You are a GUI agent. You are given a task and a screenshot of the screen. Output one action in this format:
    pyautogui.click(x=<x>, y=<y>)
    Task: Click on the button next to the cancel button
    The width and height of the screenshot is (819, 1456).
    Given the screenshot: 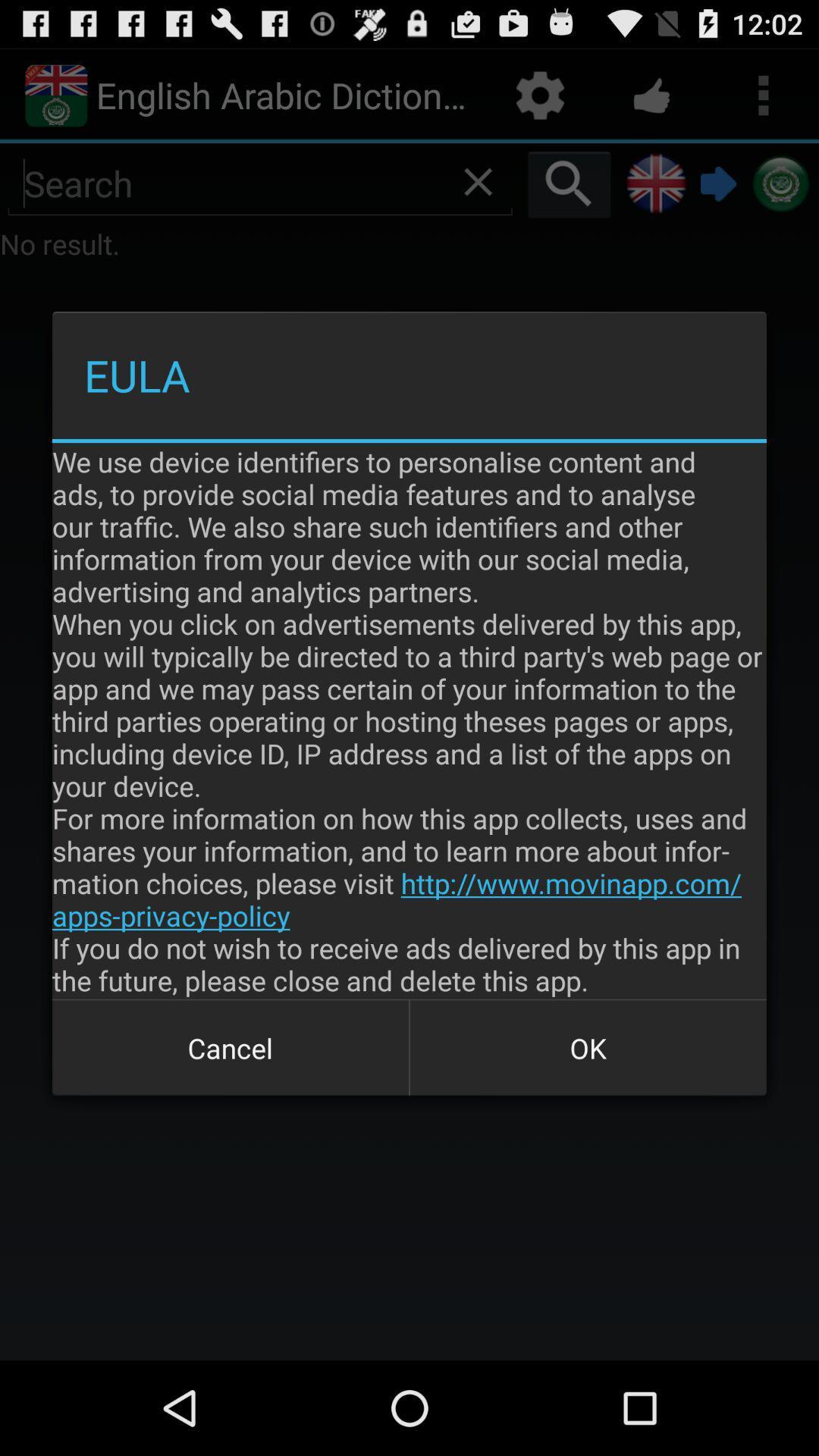 What is the action you would take?
    pyautogui.click(x=587, y=1047)
    